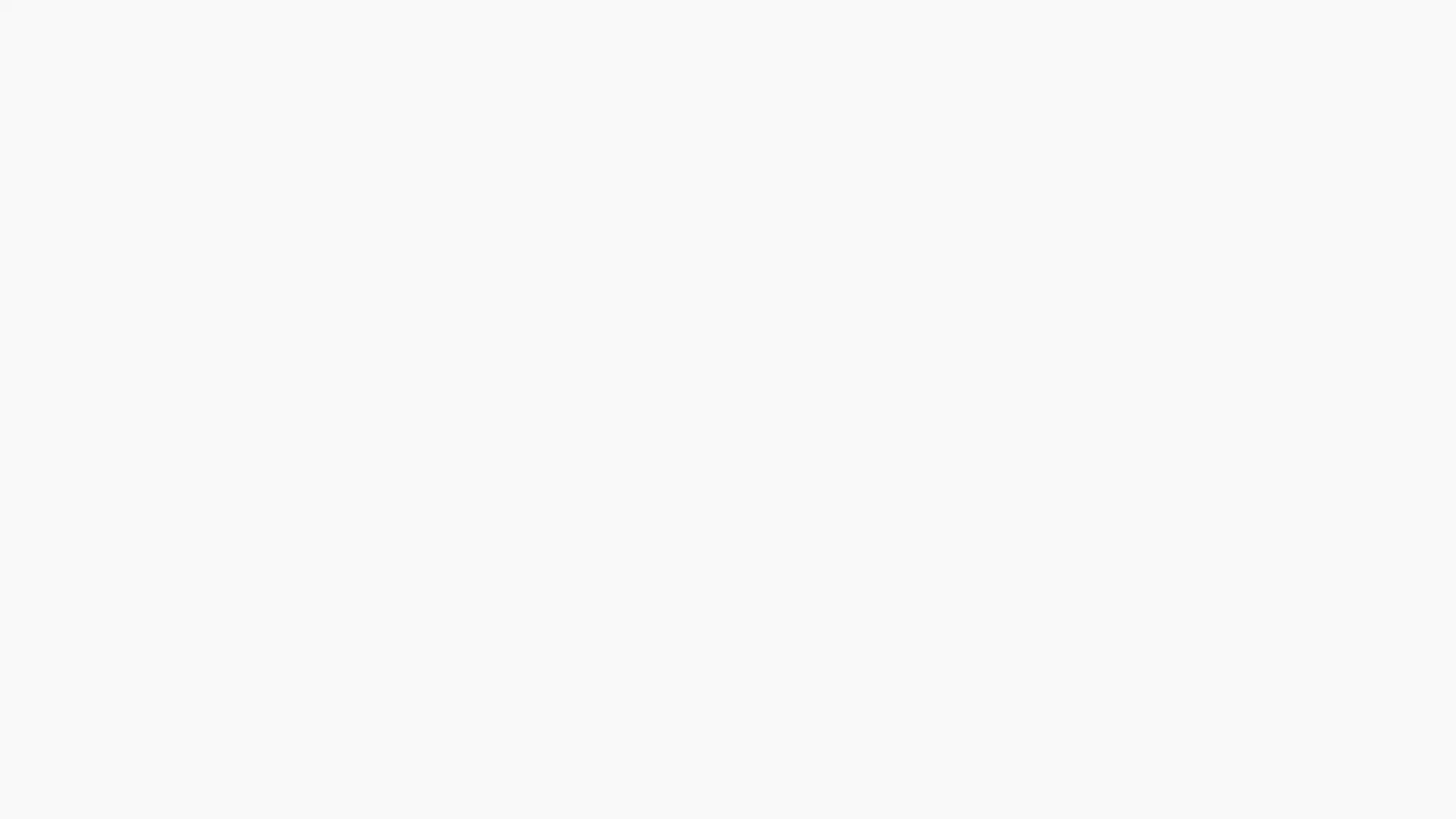 This screenshot has height=819, width=1456. Describe the element at coordinates (760, 554) in the screenshot. I see `+` at that location.